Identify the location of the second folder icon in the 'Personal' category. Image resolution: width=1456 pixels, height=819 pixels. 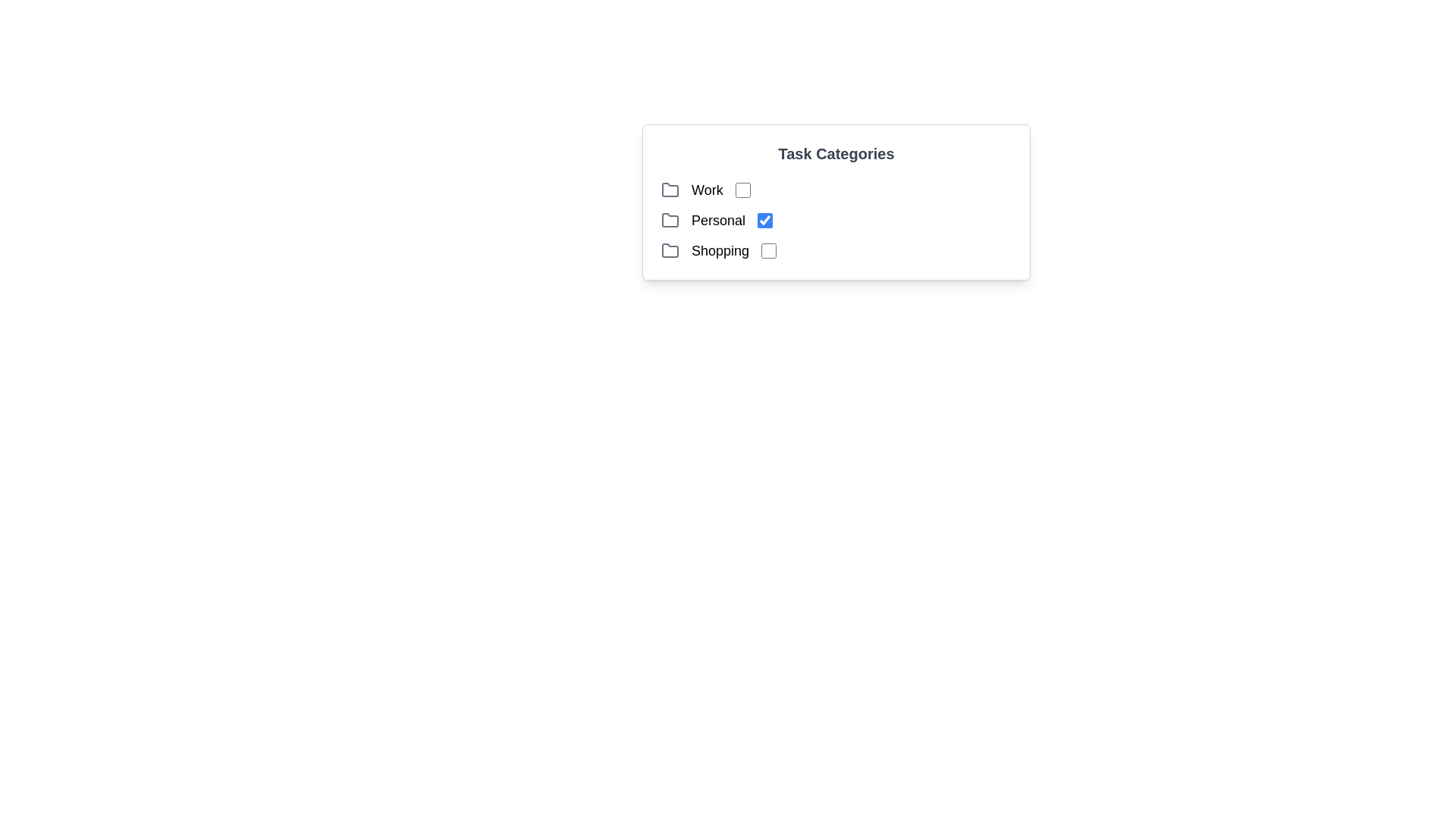
(669, 220).